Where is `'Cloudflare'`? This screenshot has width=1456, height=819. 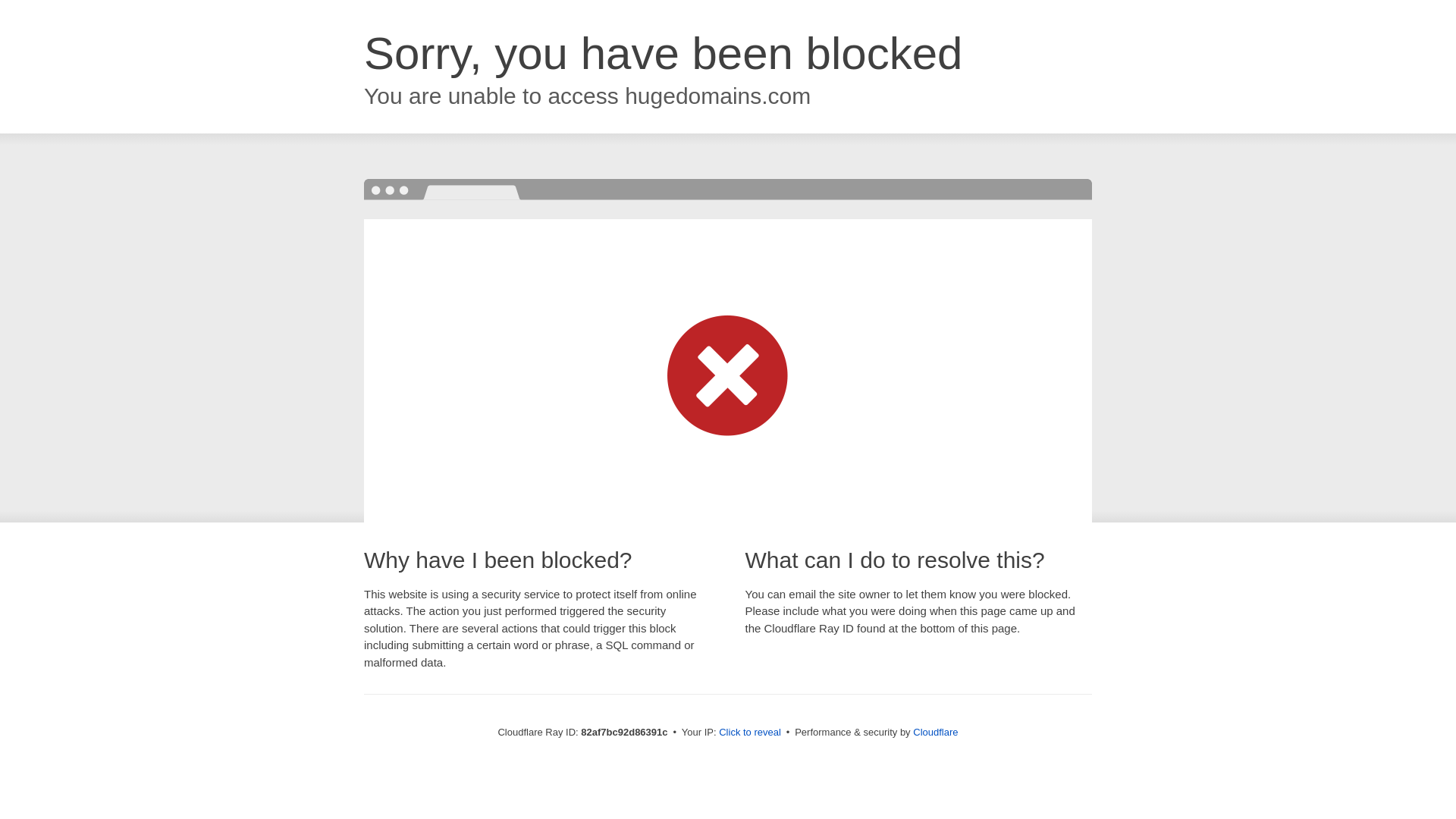 'Cloudflare' is located at coordinates (912, 731).